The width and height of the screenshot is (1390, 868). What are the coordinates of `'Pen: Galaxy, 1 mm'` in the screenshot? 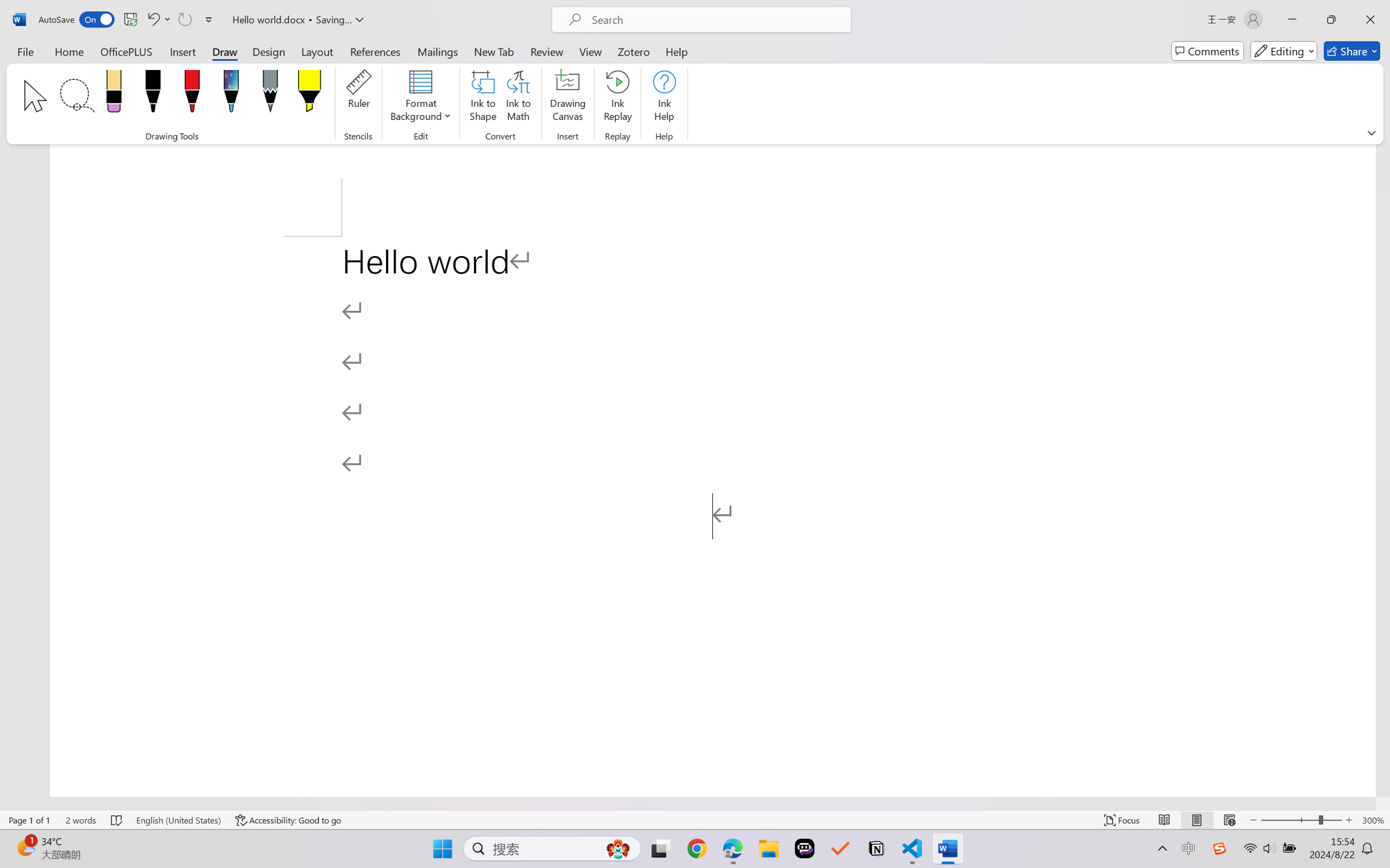 It's located at (230, 94).